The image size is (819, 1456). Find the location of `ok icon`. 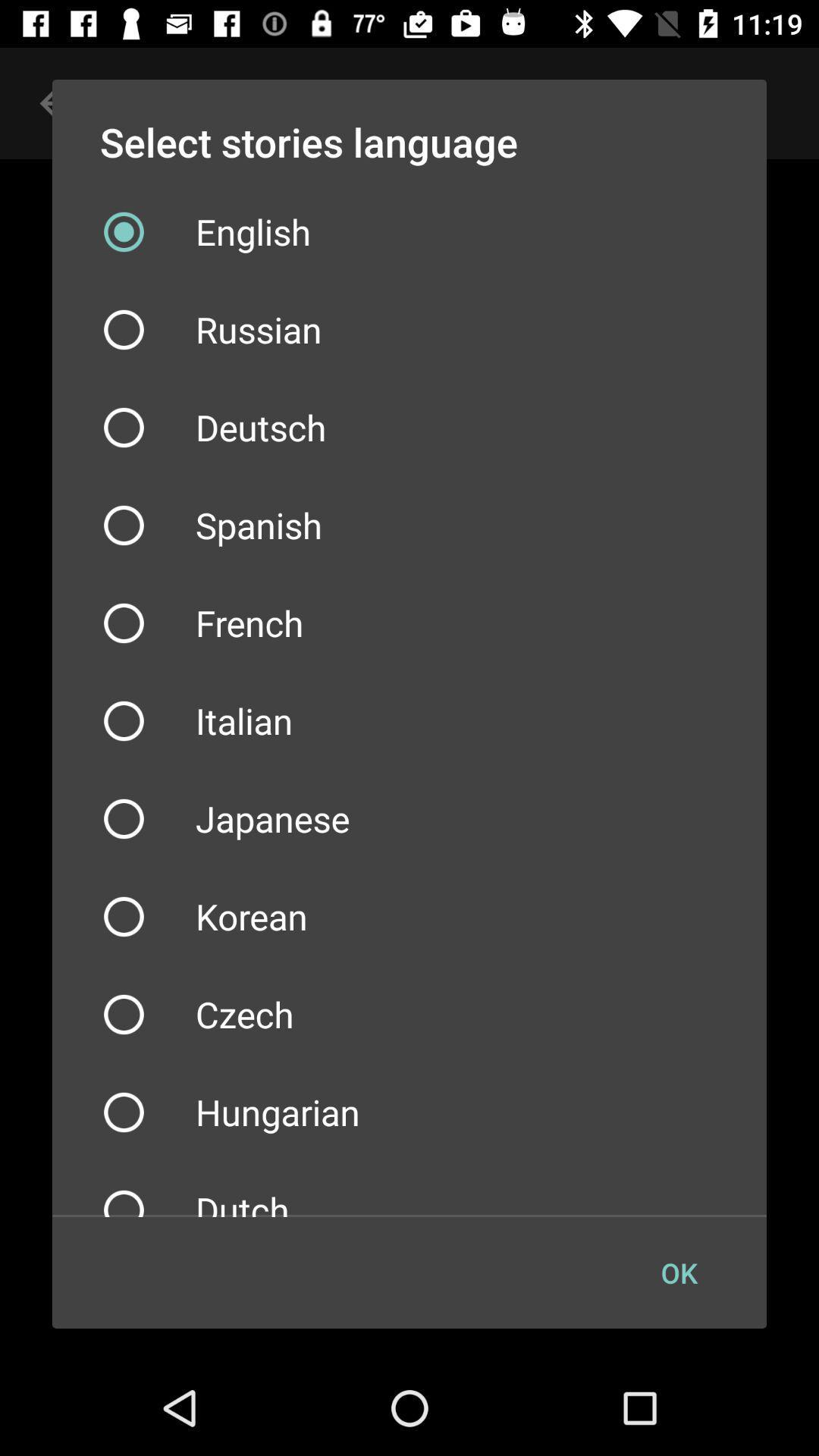

ok icon is located at coordinates (678, 1272).